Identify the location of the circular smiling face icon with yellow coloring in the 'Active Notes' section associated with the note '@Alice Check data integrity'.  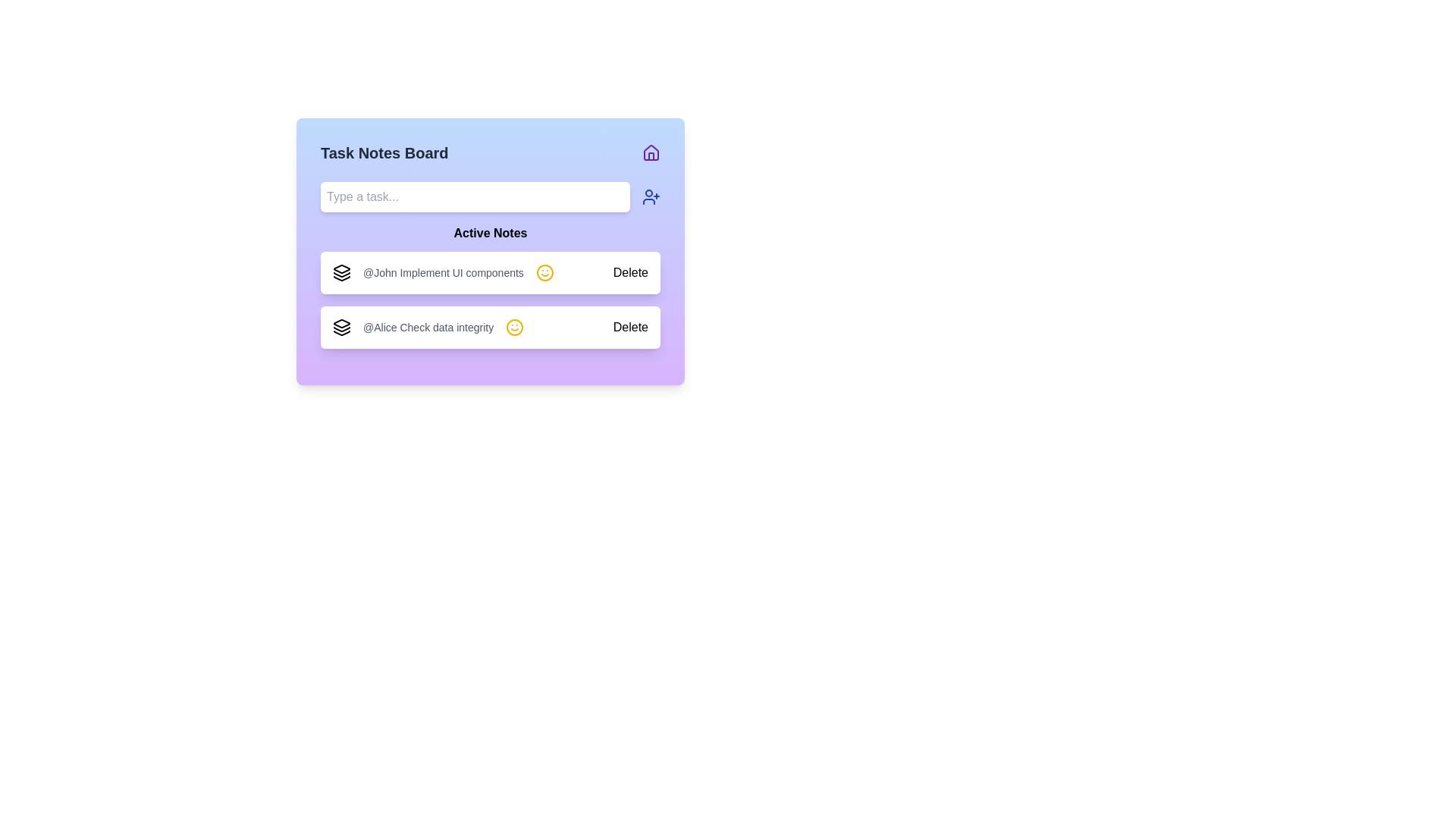
(515, 327).